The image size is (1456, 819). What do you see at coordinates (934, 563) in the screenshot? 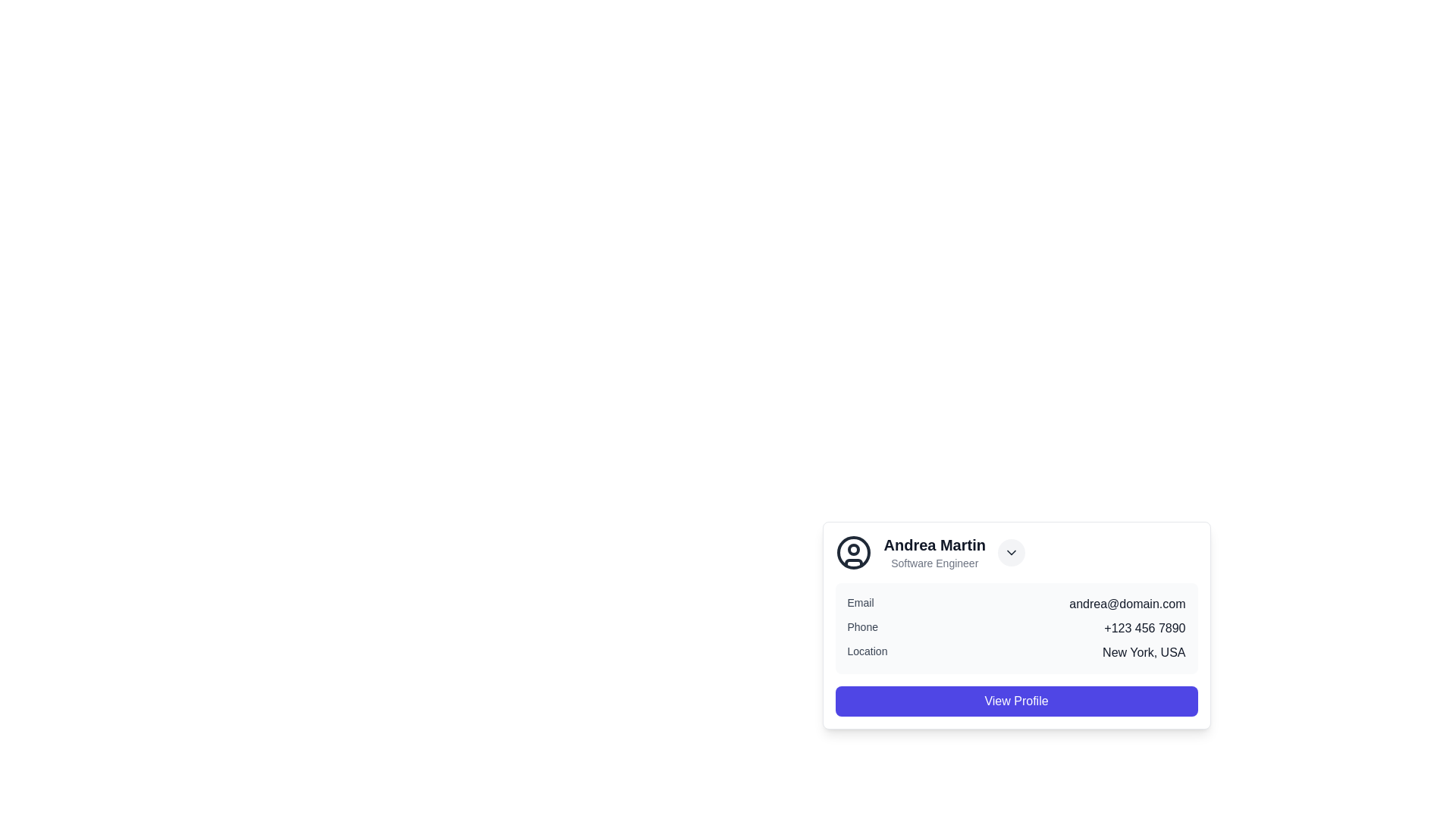
I see `the text label displaying 'Software Engineer', which is positioned below 'Andrea Martin' in the upper-left section of the card layout` at bounding box center [934, 563].